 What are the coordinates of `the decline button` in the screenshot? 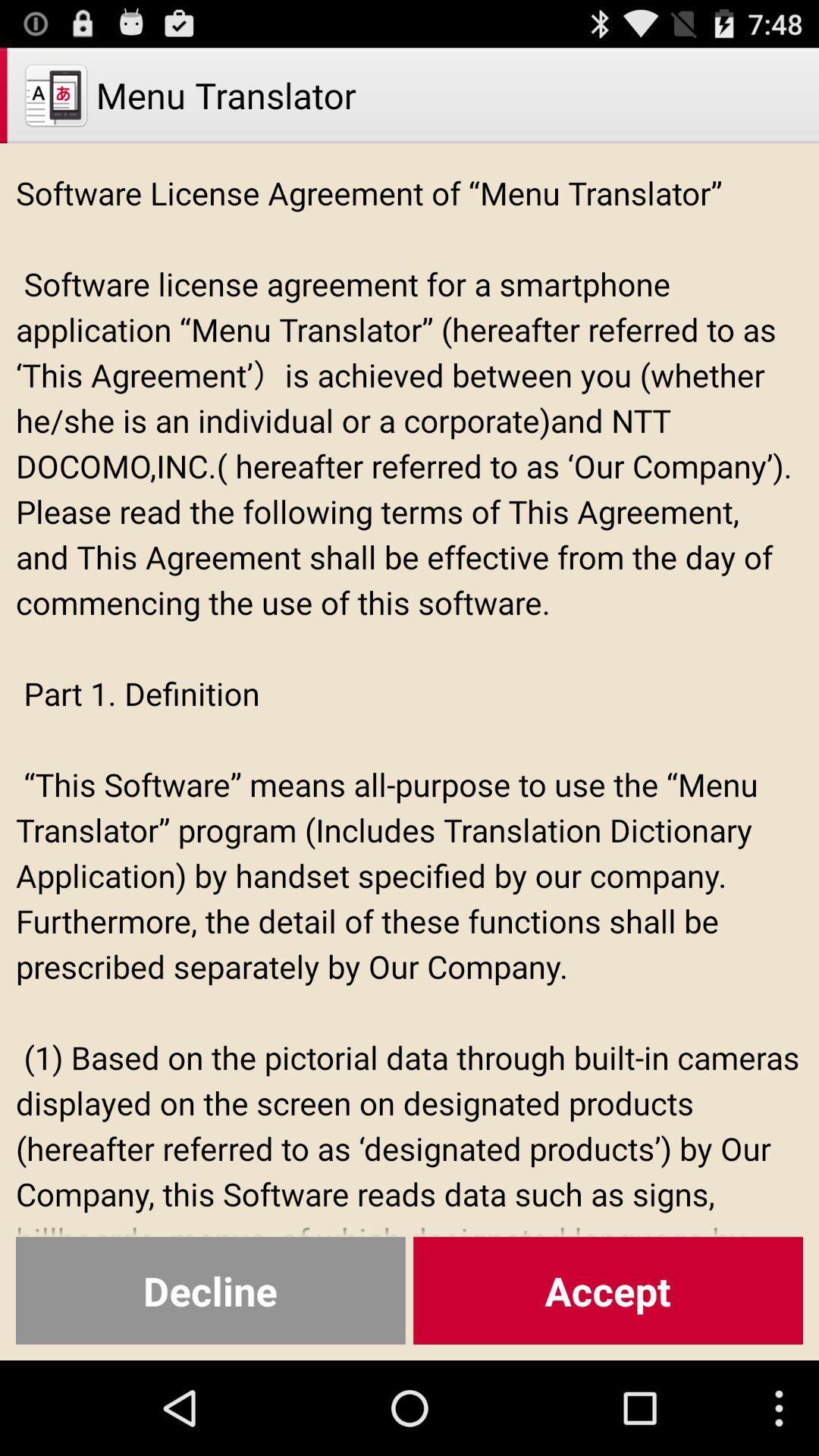 It's located at (210, 1290).